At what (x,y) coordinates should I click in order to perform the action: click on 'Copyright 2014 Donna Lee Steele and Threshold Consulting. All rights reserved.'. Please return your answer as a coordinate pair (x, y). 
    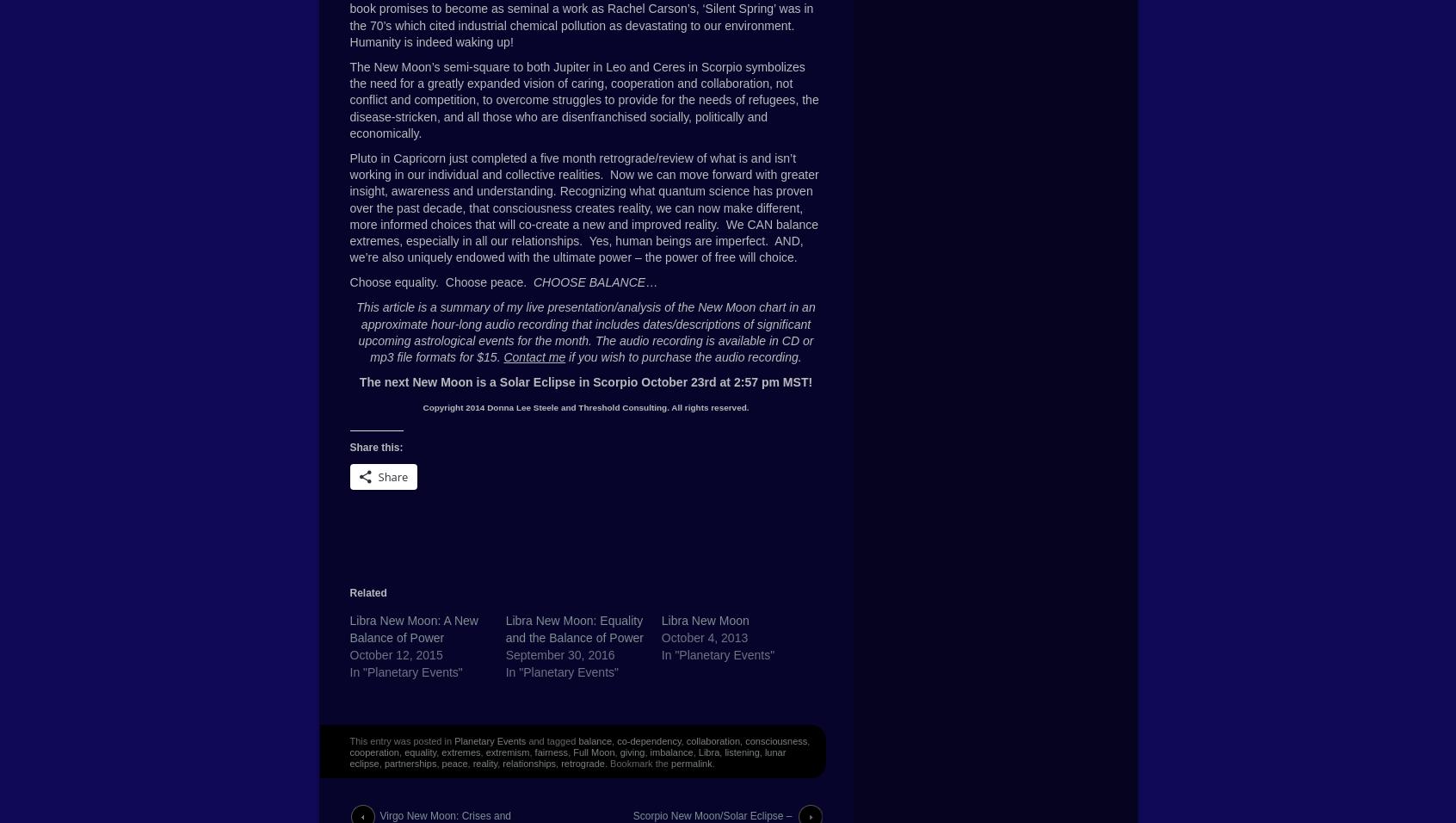
    Looking at the image, I should click on (422, 407).